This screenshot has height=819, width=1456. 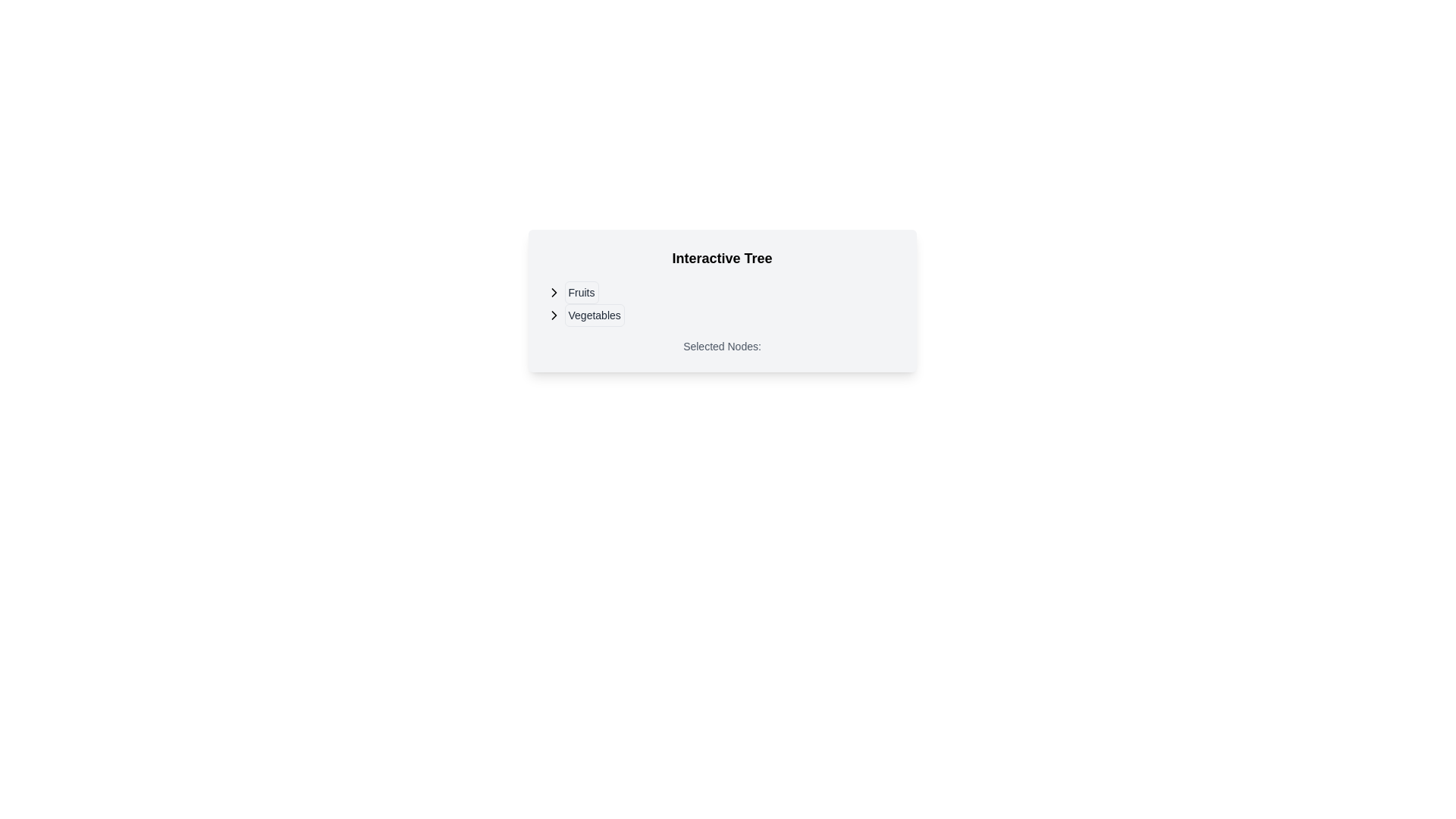 What do you see at coordinates (721, 346) in the screenshot?
I see `the text label displaying the currently selected nodes in the interactive tree component, which is located under the heading 'Interactive Tree'` at bounding box center [721, 346].